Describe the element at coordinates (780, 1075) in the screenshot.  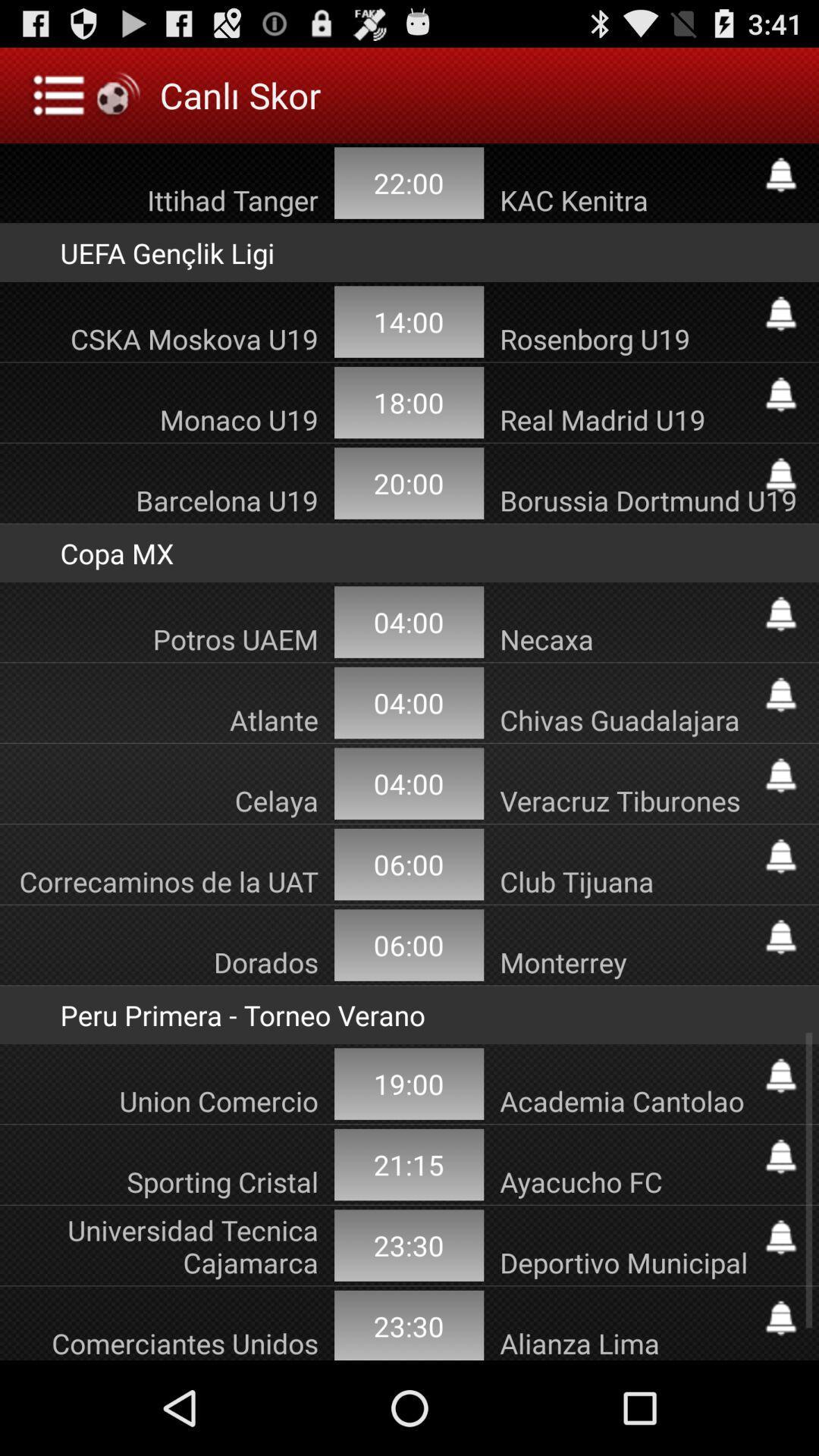
I see `see notification` at that location.